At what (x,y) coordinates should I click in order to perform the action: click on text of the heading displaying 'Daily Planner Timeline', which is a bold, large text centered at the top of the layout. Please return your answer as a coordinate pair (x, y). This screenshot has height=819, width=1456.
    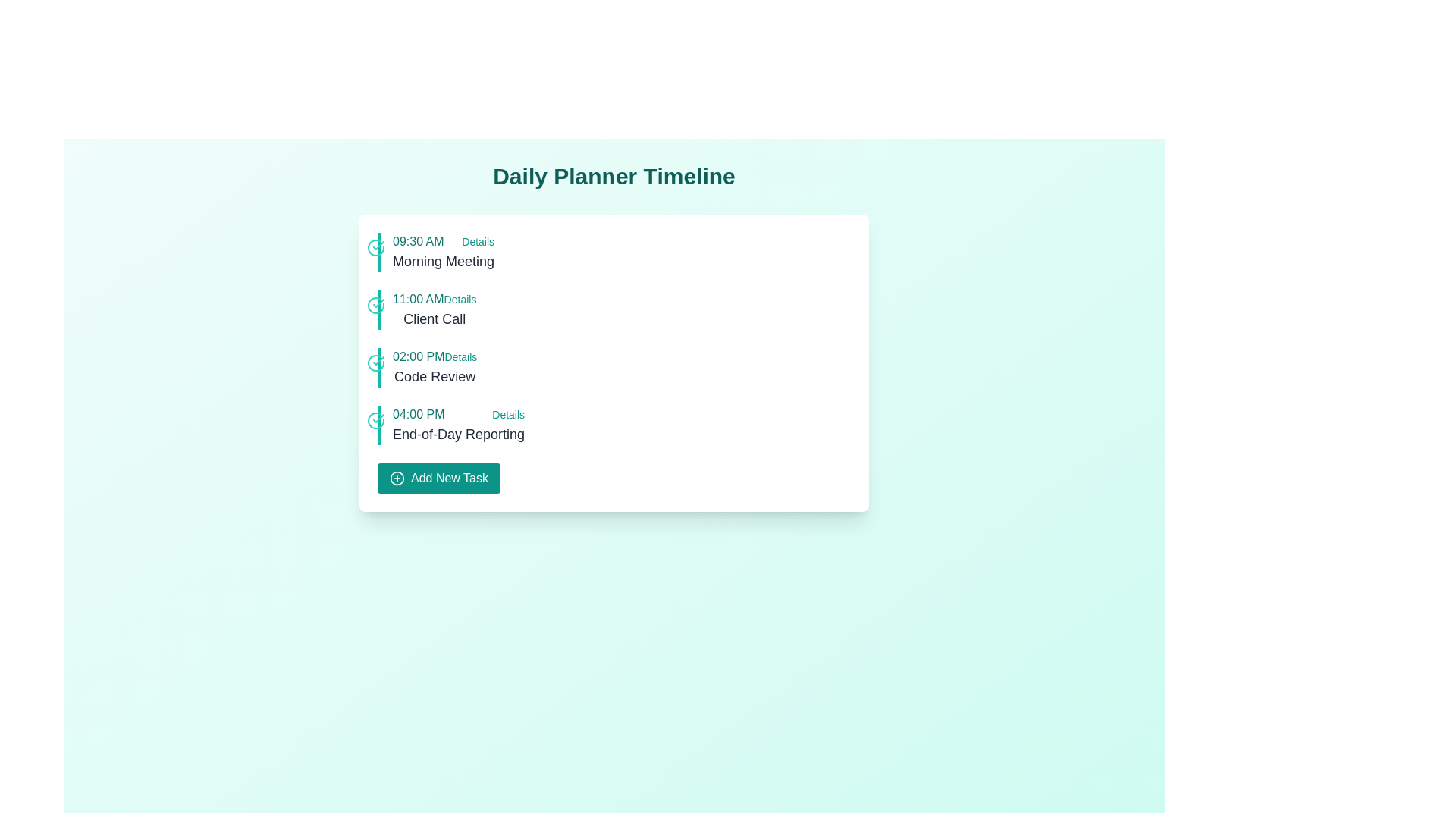
    Looking at the image, I should click on (614, 175).